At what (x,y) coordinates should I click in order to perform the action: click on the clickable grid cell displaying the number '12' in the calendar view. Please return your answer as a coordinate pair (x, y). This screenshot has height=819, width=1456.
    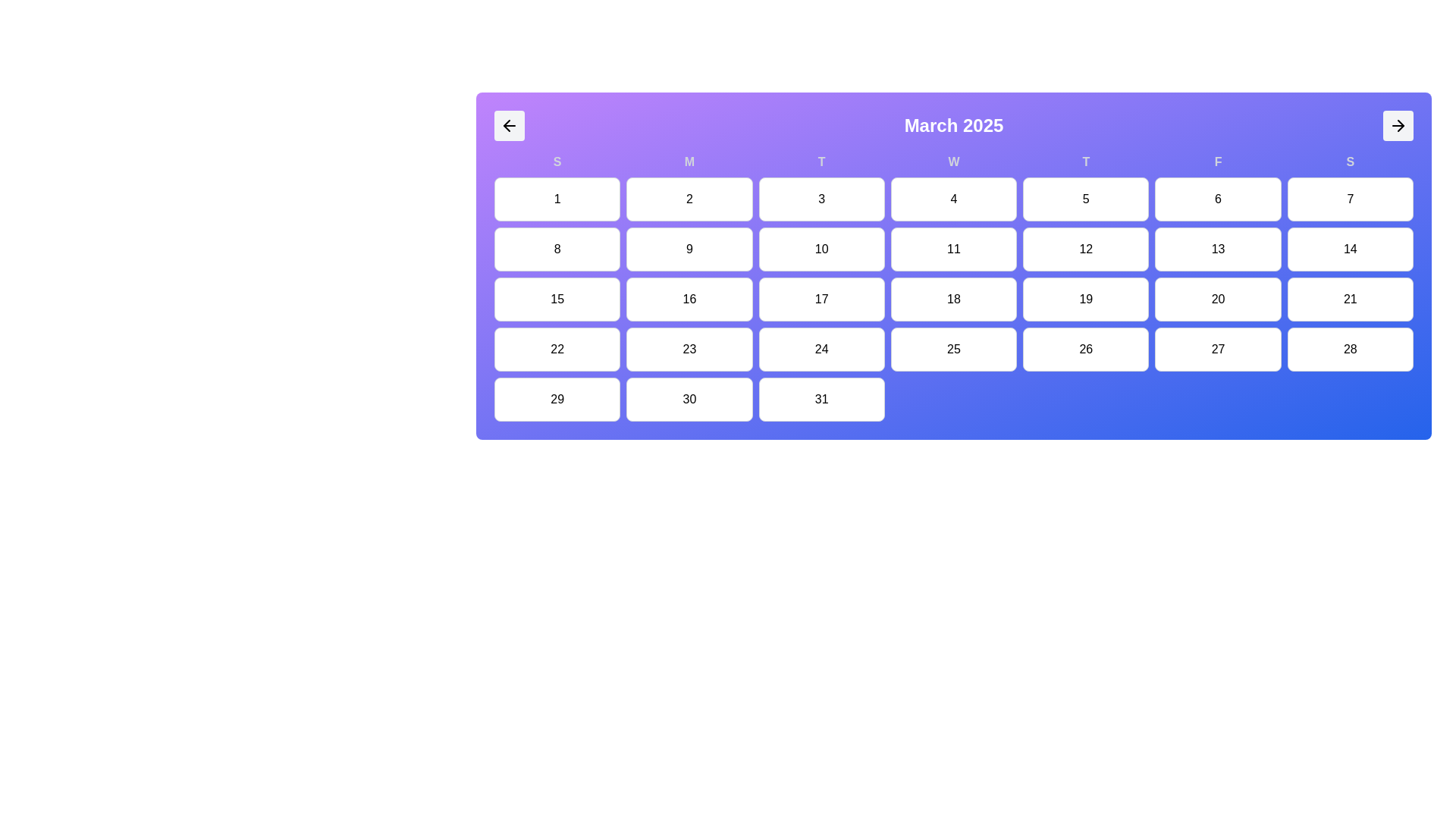
    Looking at the image, I should click on (1085, 248).